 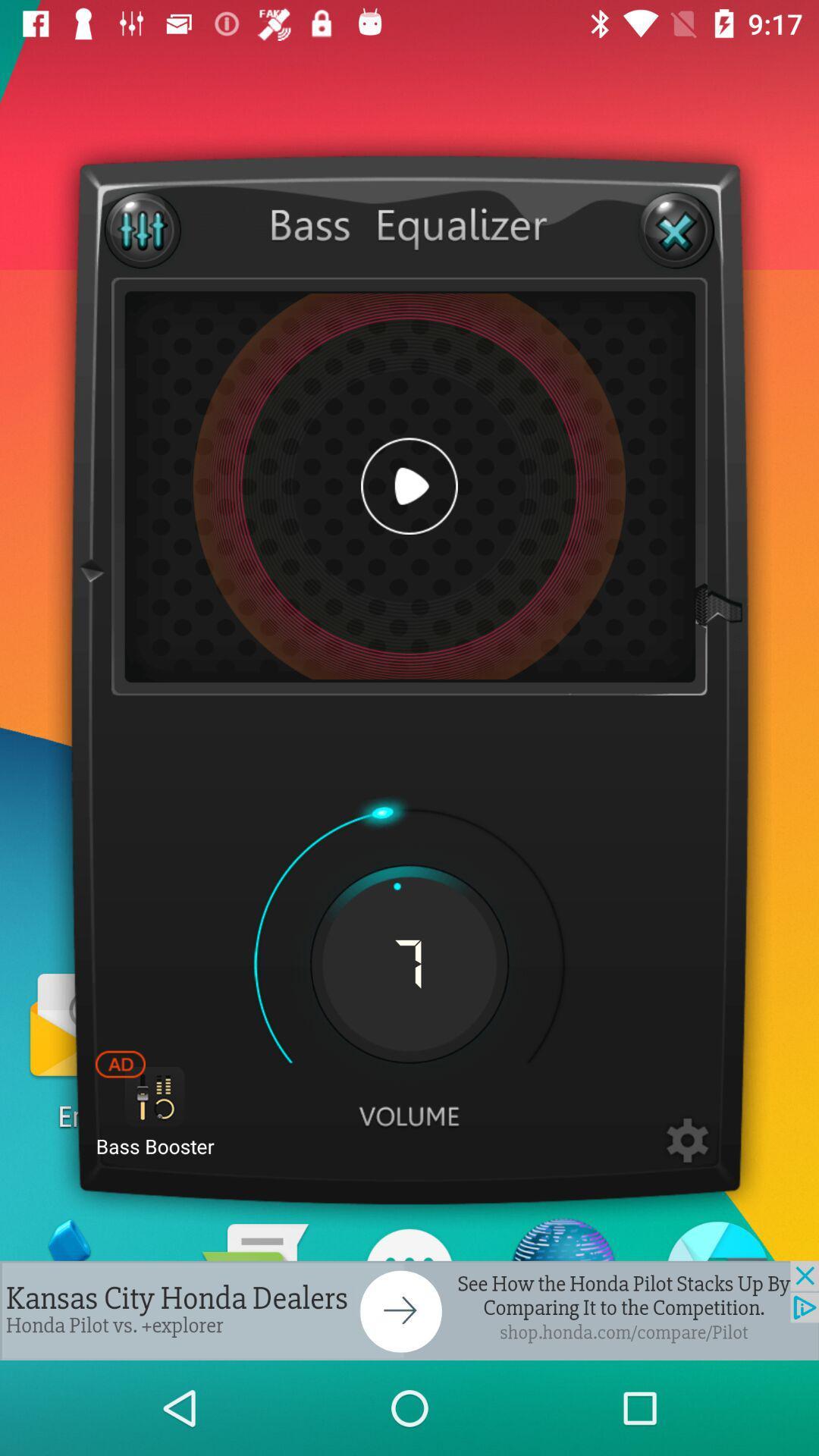 I want to click on box, so click(x=675, y=229).